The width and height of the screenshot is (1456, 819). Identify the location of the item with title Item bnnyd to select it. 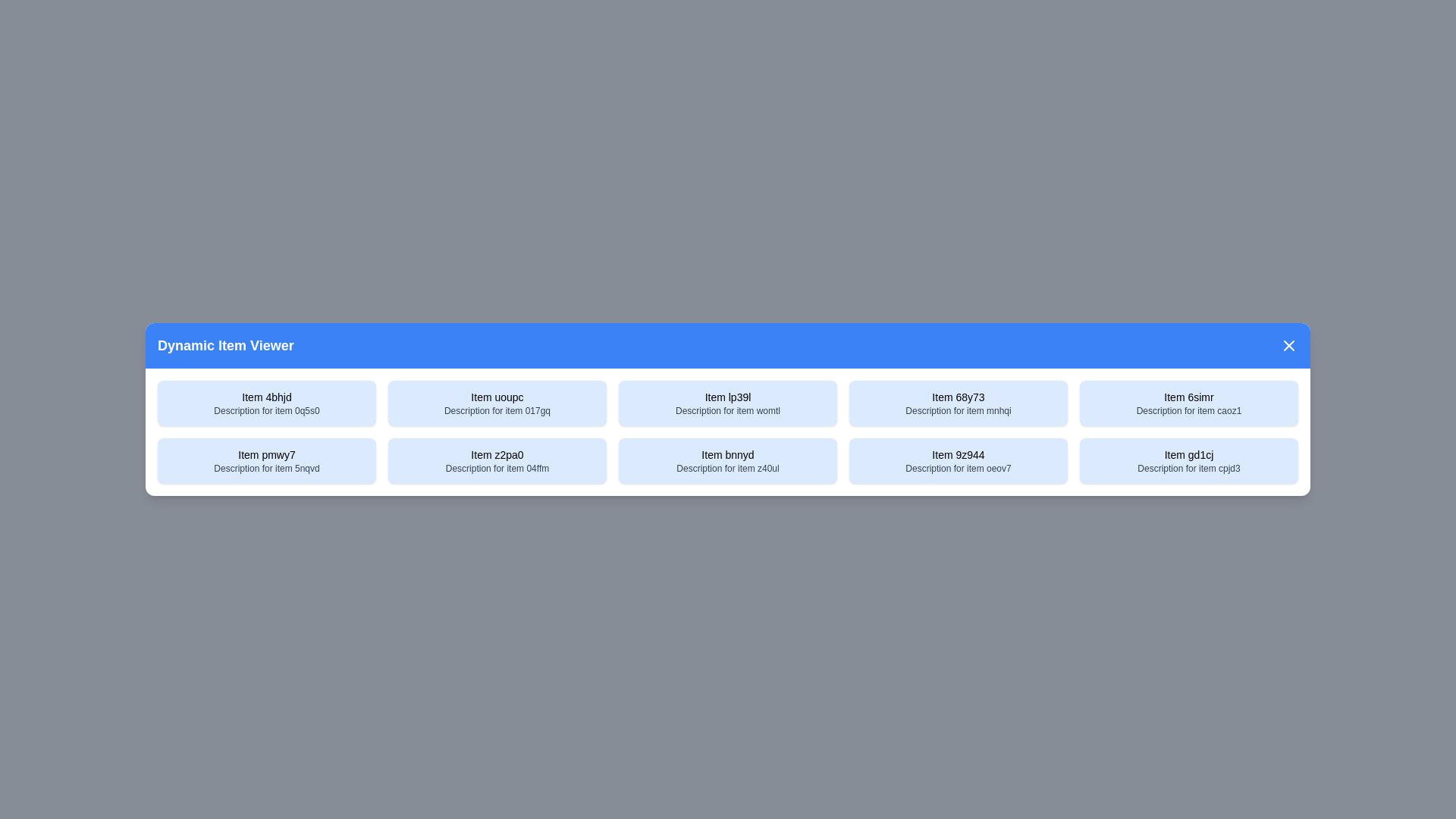
(728, 460).